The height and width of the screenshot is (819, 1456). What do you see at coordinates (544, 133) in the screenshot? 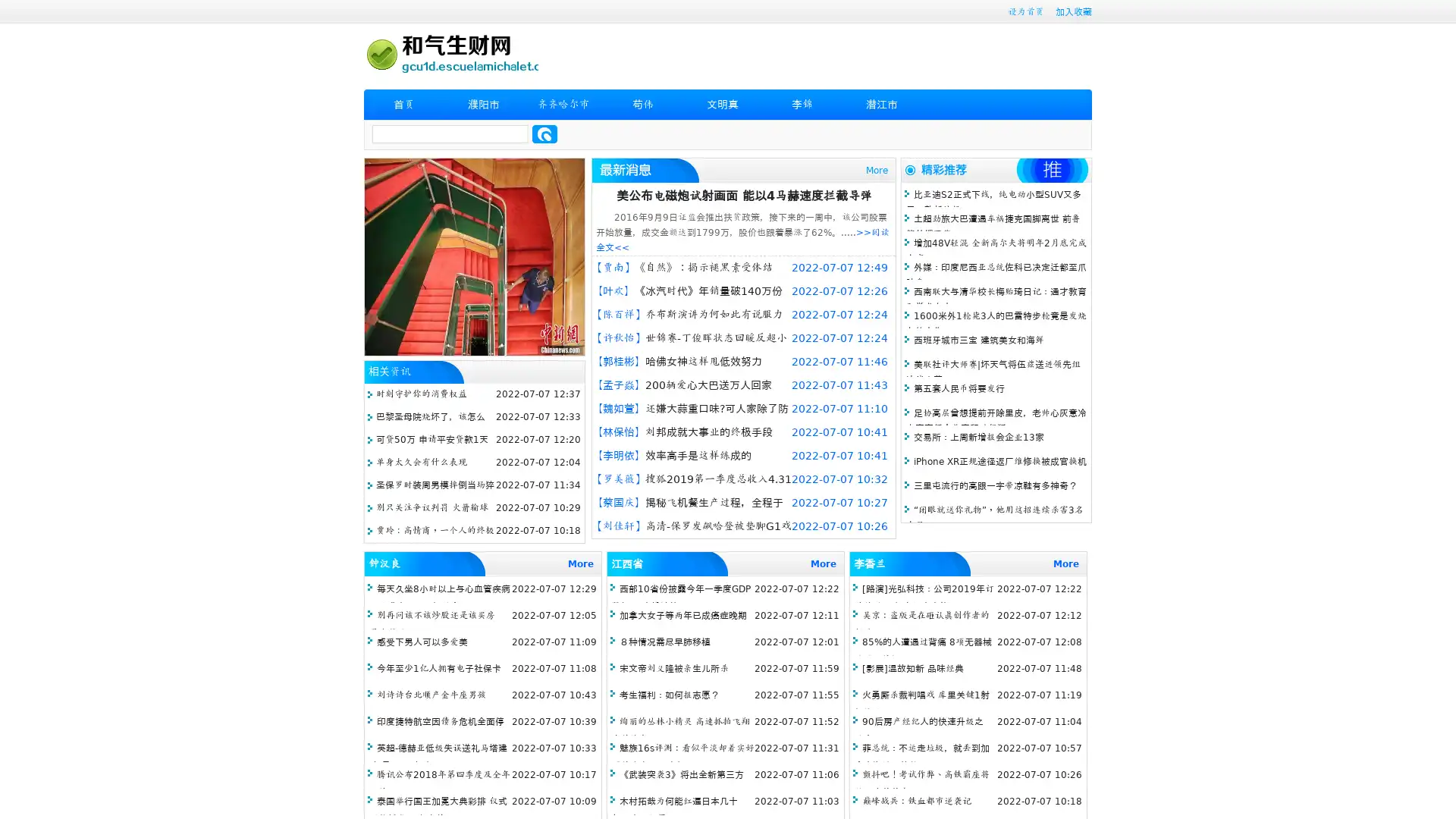
I see `Search` at bounding box center [544, 133].